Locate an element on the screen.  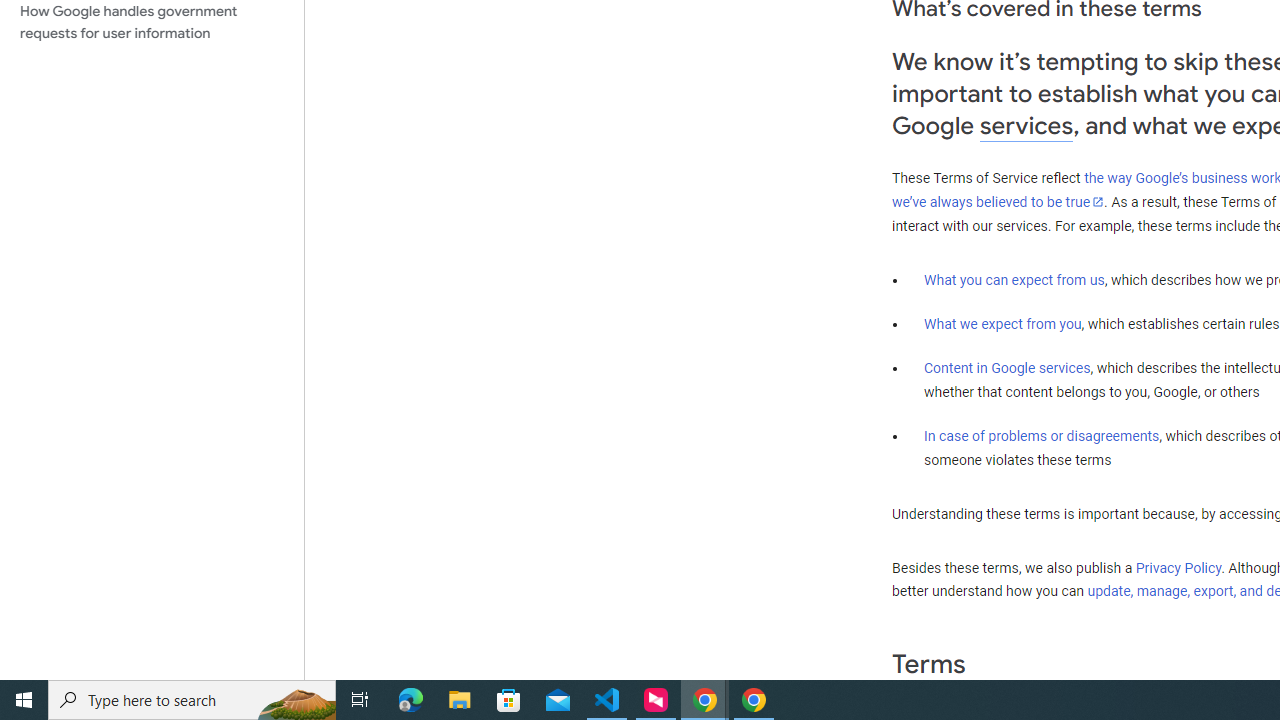
'What you can expect from us' is located at coordinates (1014, 279).